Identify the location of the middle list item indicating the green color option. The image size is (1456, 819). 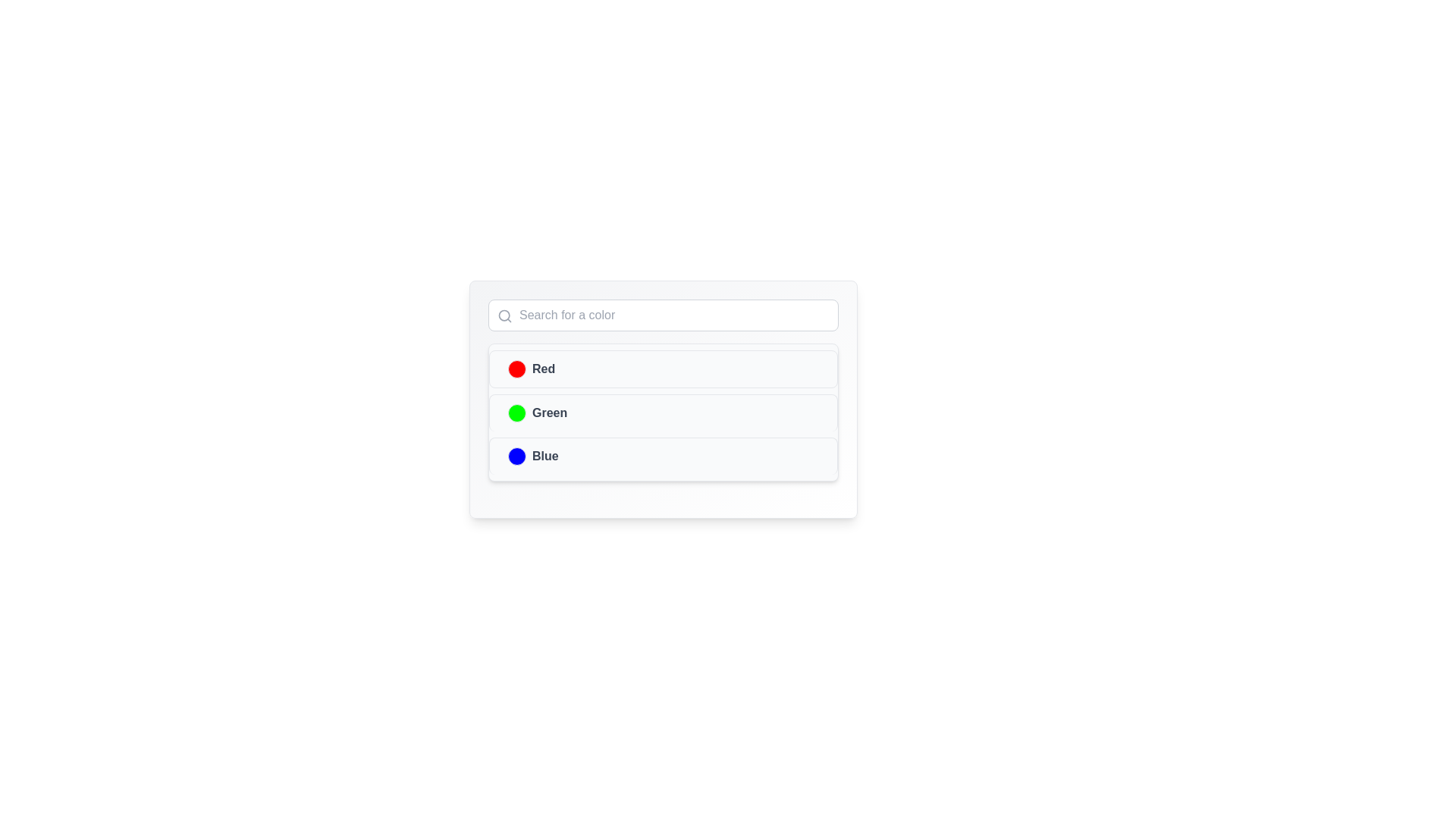
(663, 413).